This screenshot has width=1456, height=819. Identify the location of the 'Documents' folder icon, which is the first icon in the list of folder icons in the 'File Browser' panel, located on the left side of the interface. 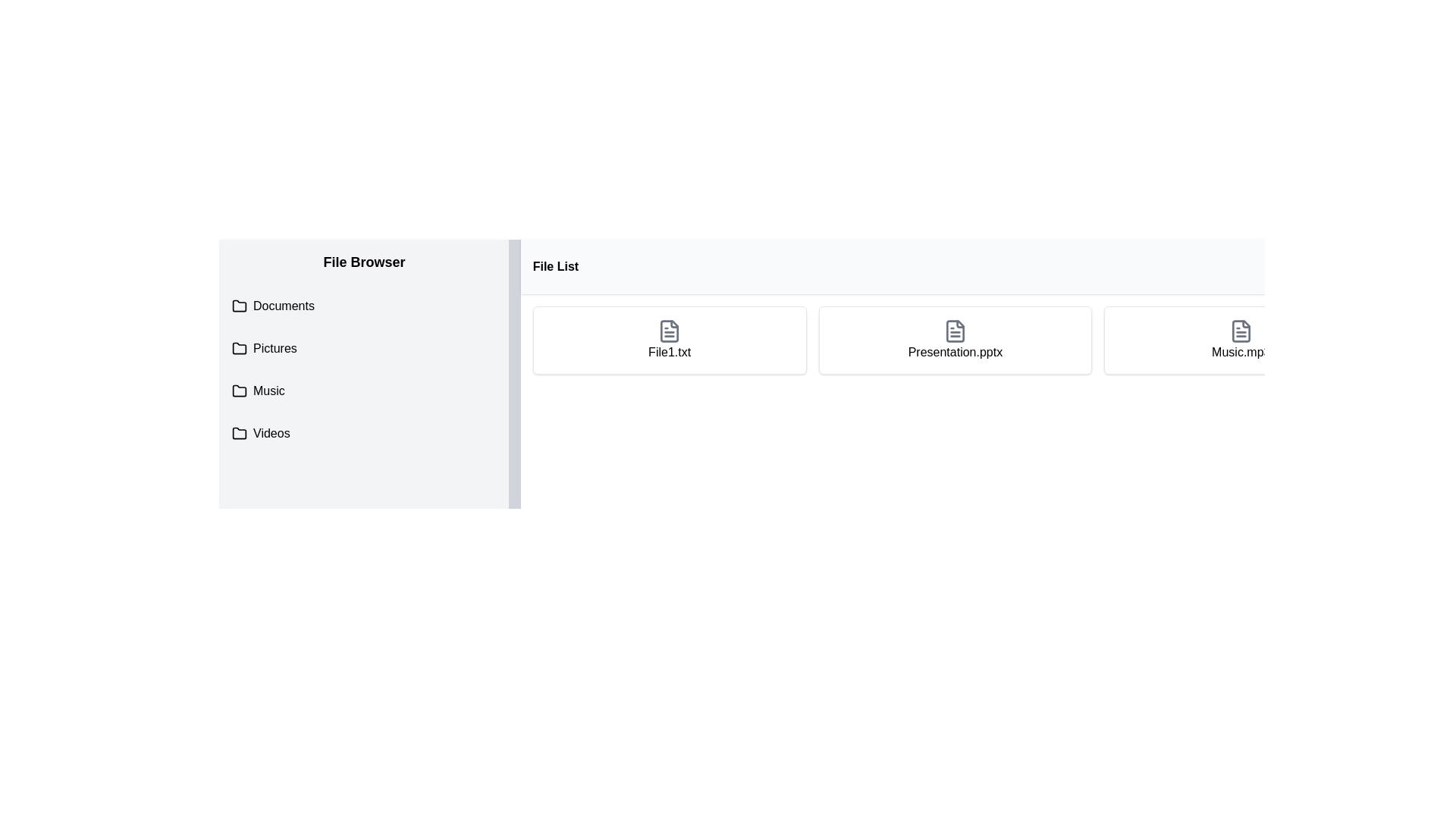
(239, 305).